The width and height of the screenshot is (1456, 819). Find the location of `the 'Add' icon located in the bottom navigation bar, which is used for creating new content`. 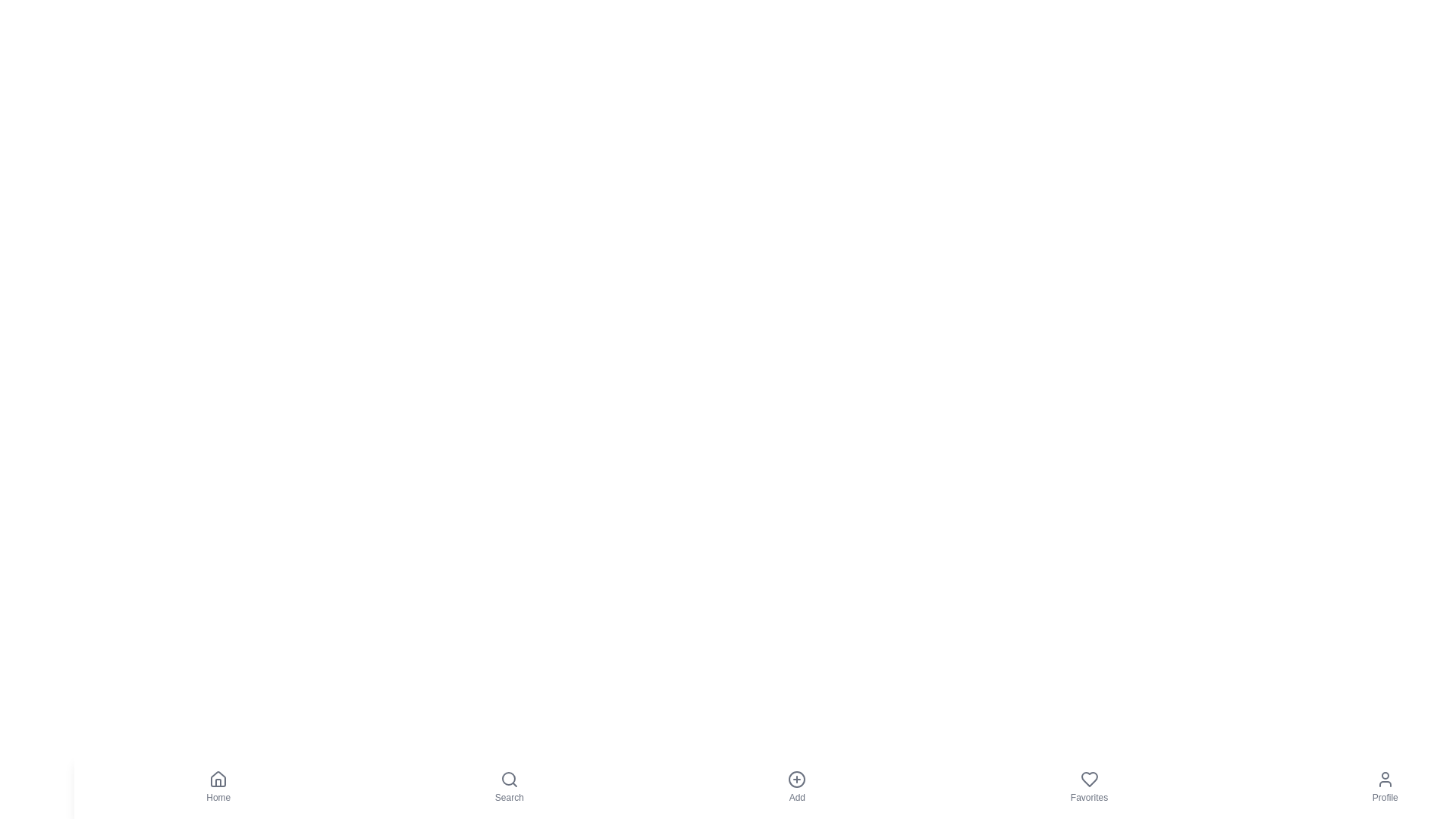

the 'Add' icon located in the bottom navigation bar, which is used for creating new content is located at coordinates (796, 780).